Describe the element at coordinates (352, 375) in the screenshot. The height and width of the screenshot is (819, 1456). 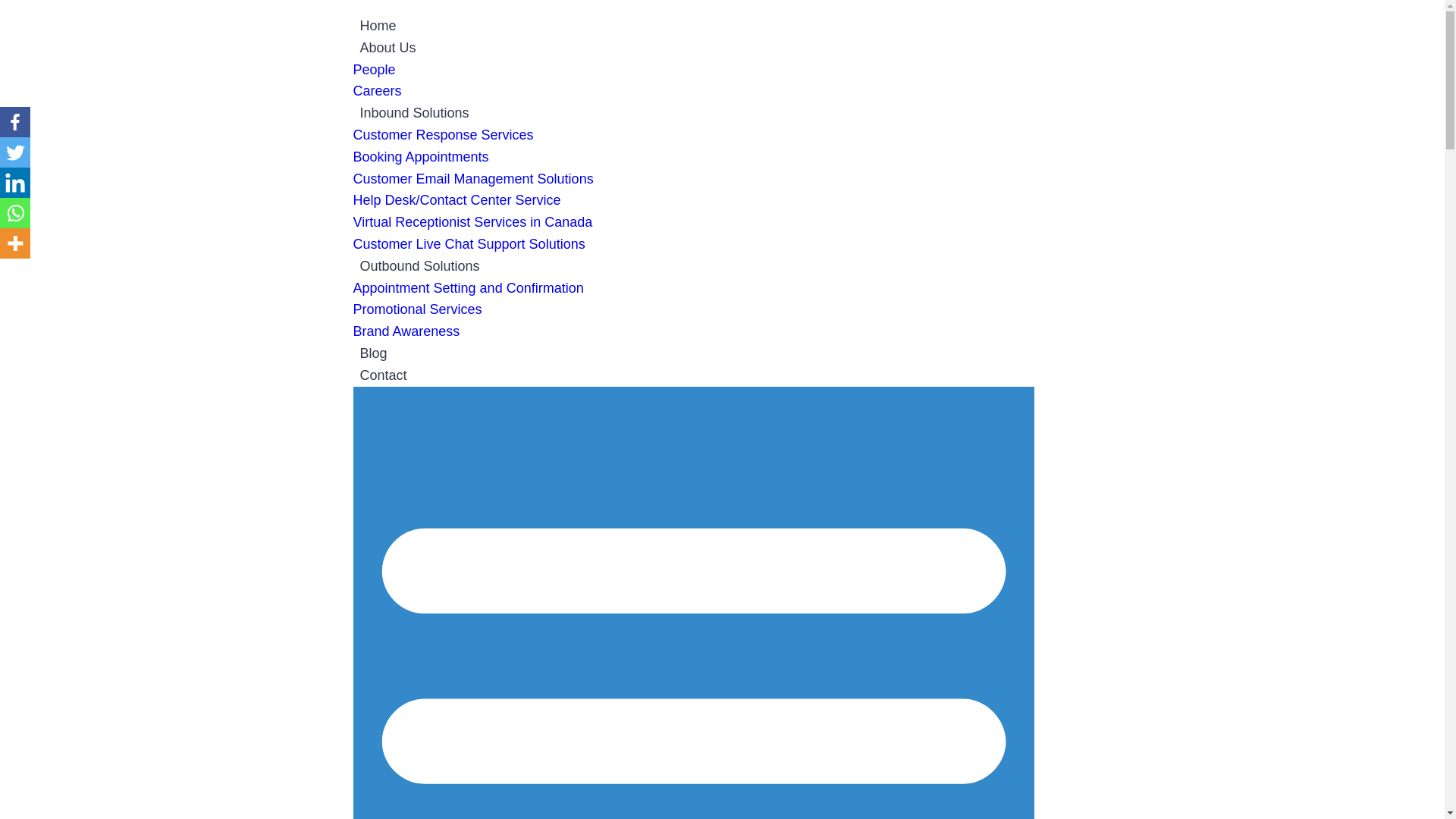
I see `'Contact'` at that location.